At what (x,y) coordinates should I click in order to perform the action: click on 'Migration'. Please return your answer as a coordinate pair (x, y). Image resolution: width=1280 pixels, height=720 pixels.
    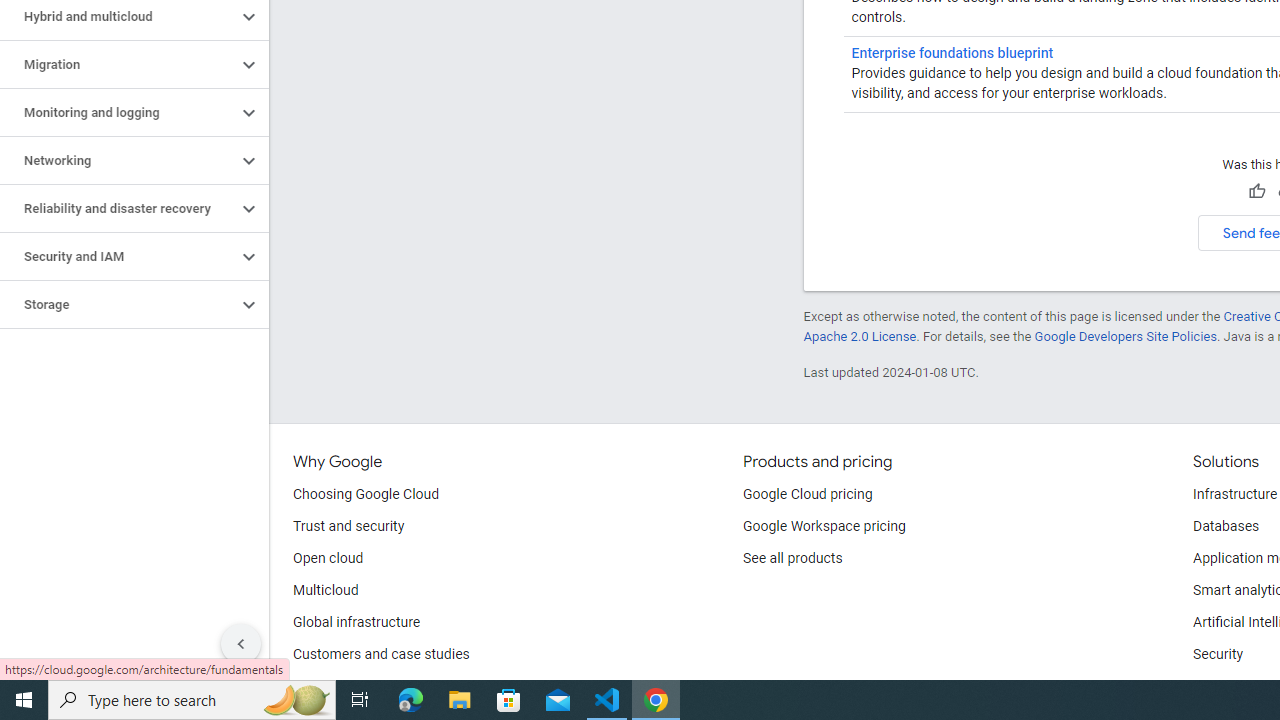
    Looking at the image, I should click on (117, 64).